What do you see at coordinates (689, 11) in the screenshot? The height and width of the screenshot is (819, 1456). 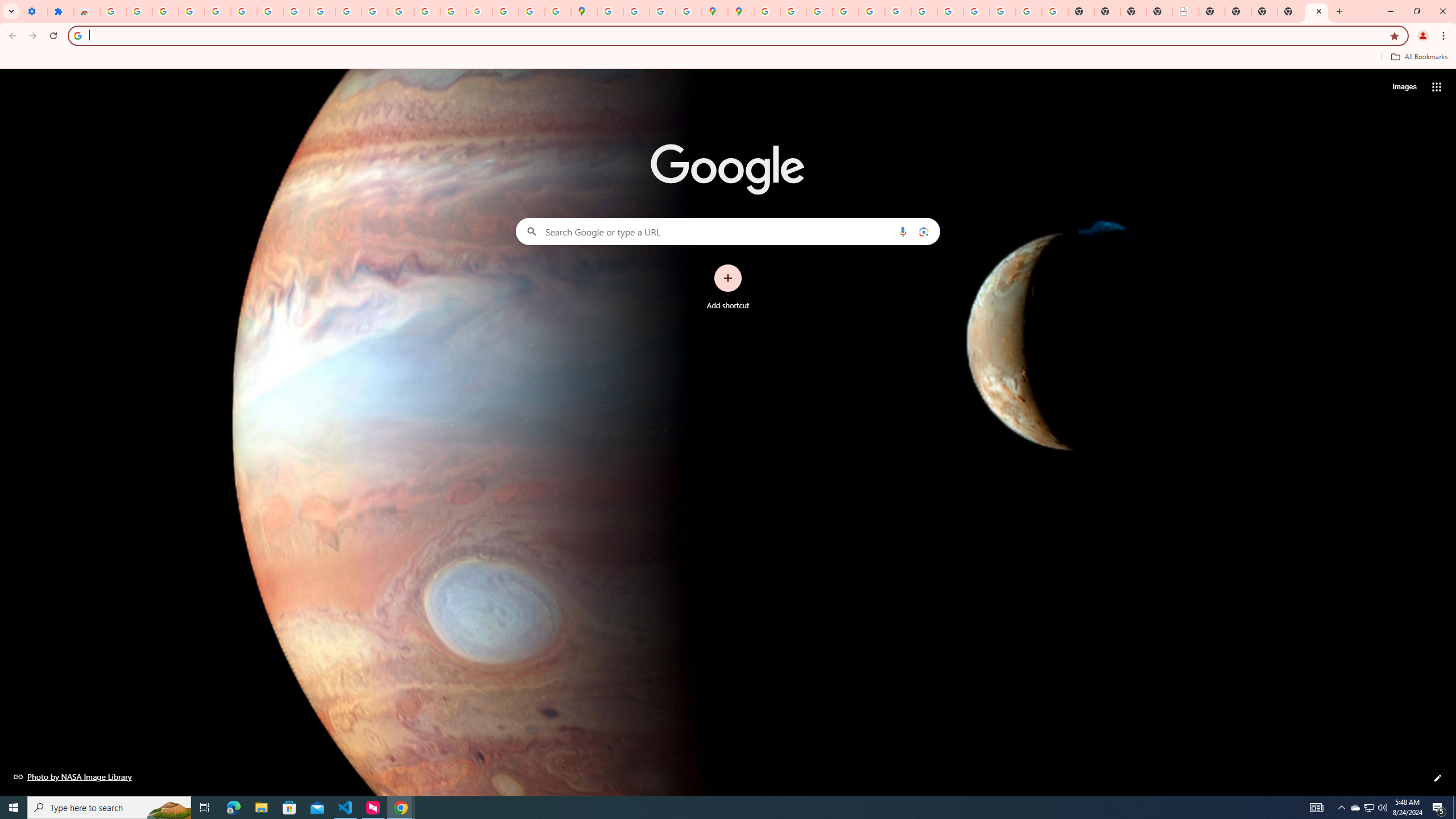 I see `'Safety in Our Products - Google Safety Center'` at bounding box center [689, 11].